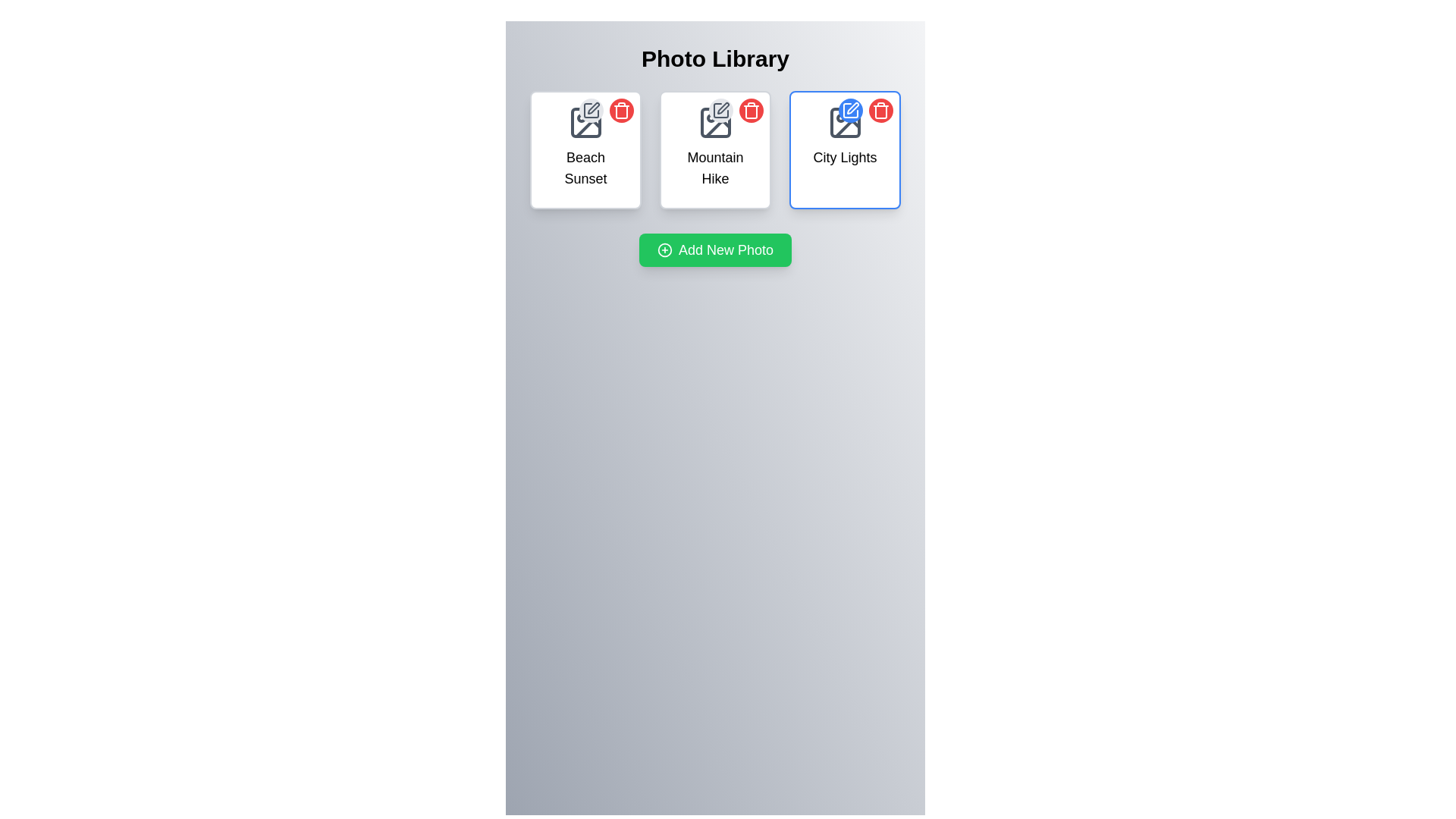 The width and height of the screenshot is (1456, 819). What do you see at coordinates (880, 111) in the screenshot?
I see `the trash can icon component located at the top-right corner of the 'City Lights' card` at bounding box center [880, 111].